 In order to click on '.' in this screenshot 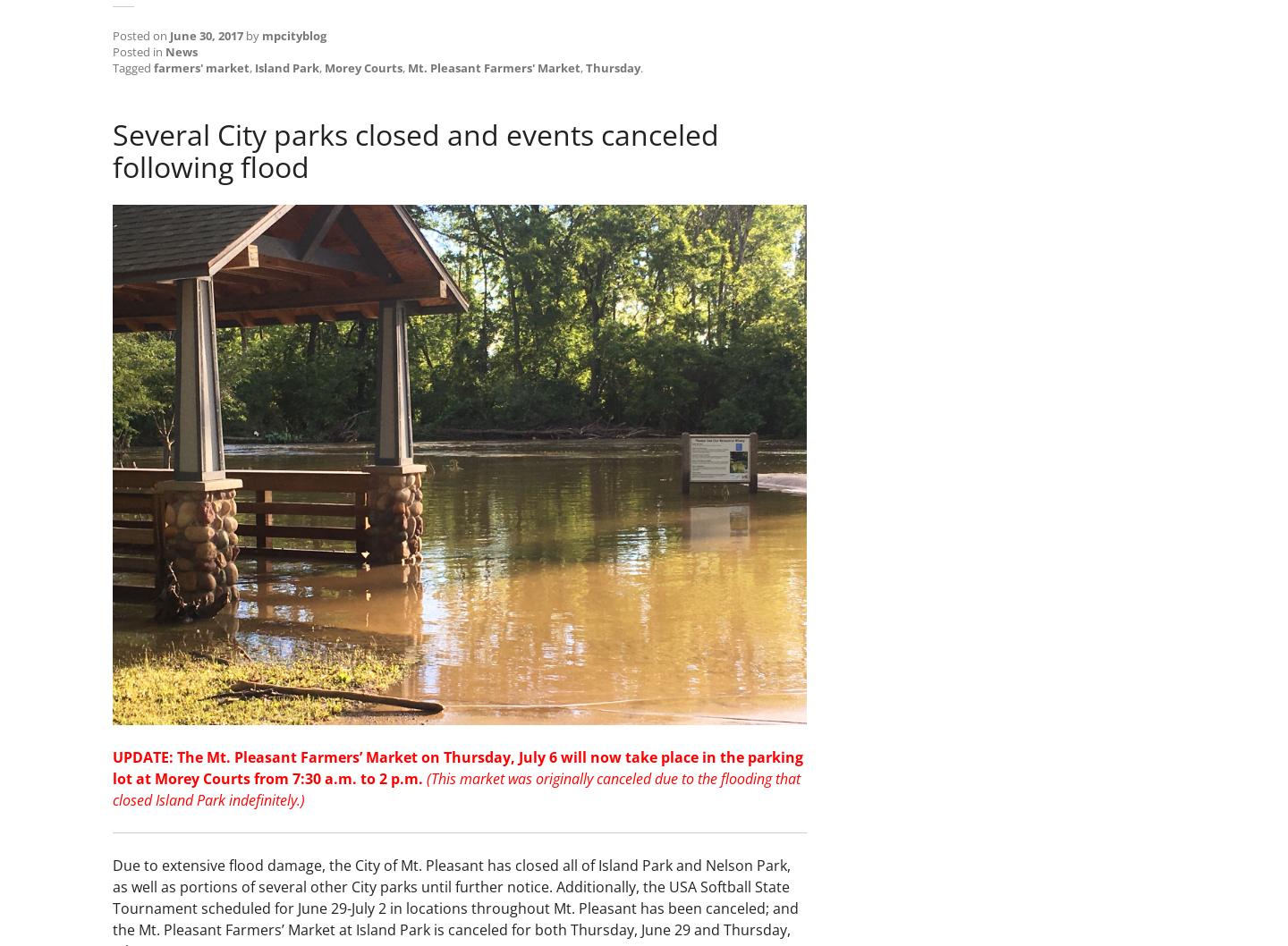, I will do `click(641, 67)`.